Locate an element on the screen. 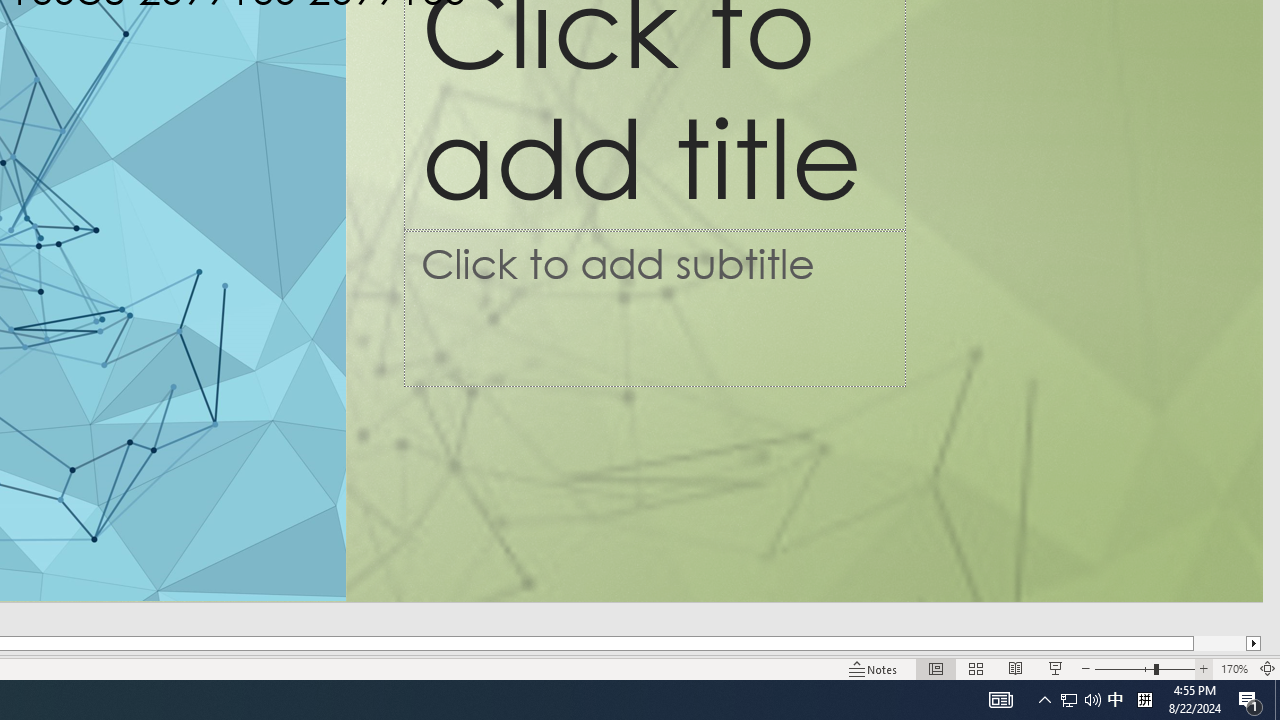 The image size is (1280, 720). 'Zoom 170%' is located at coordinates (1233, 669).